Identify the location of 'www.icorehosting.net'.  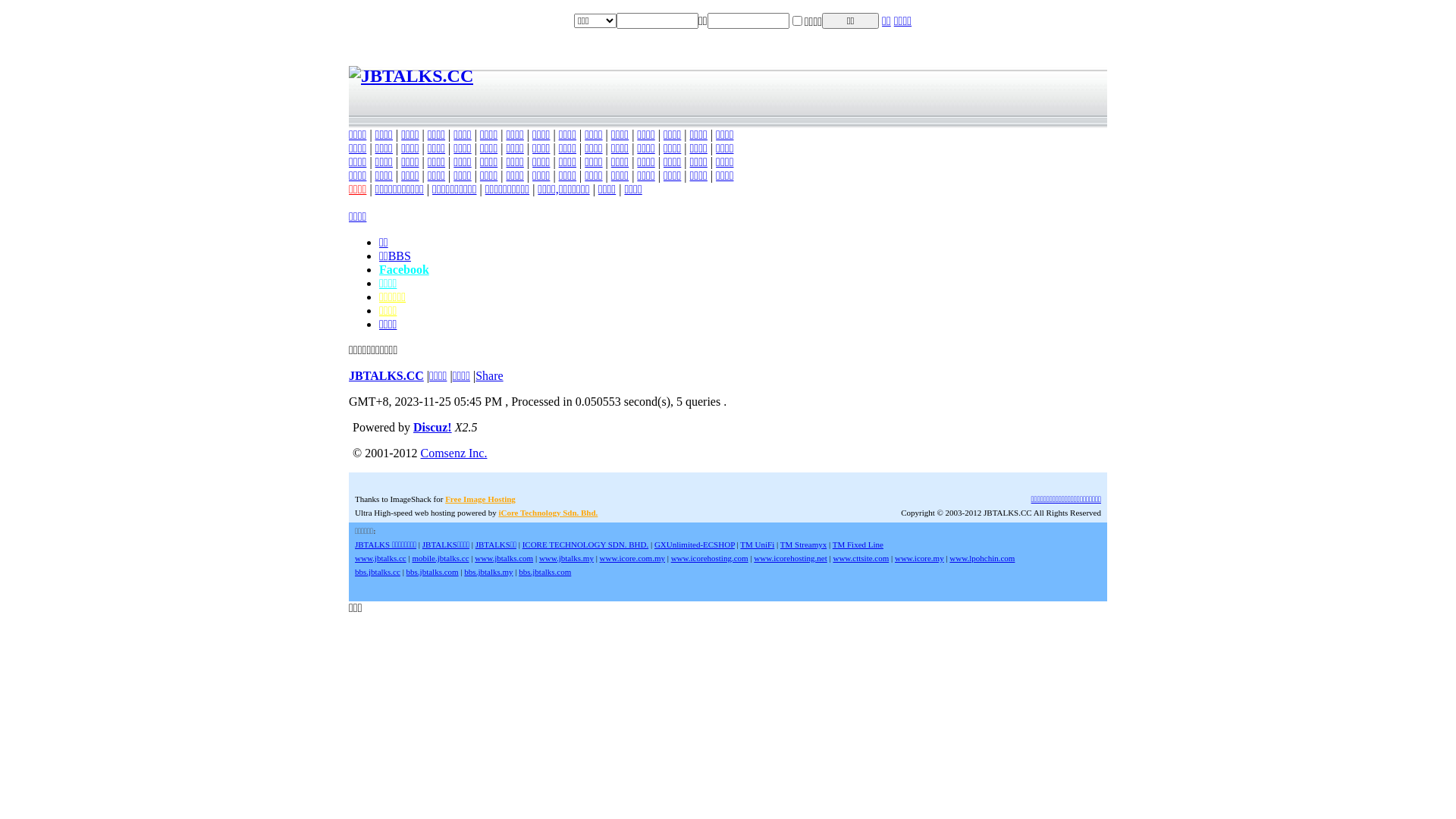
(789, 558).